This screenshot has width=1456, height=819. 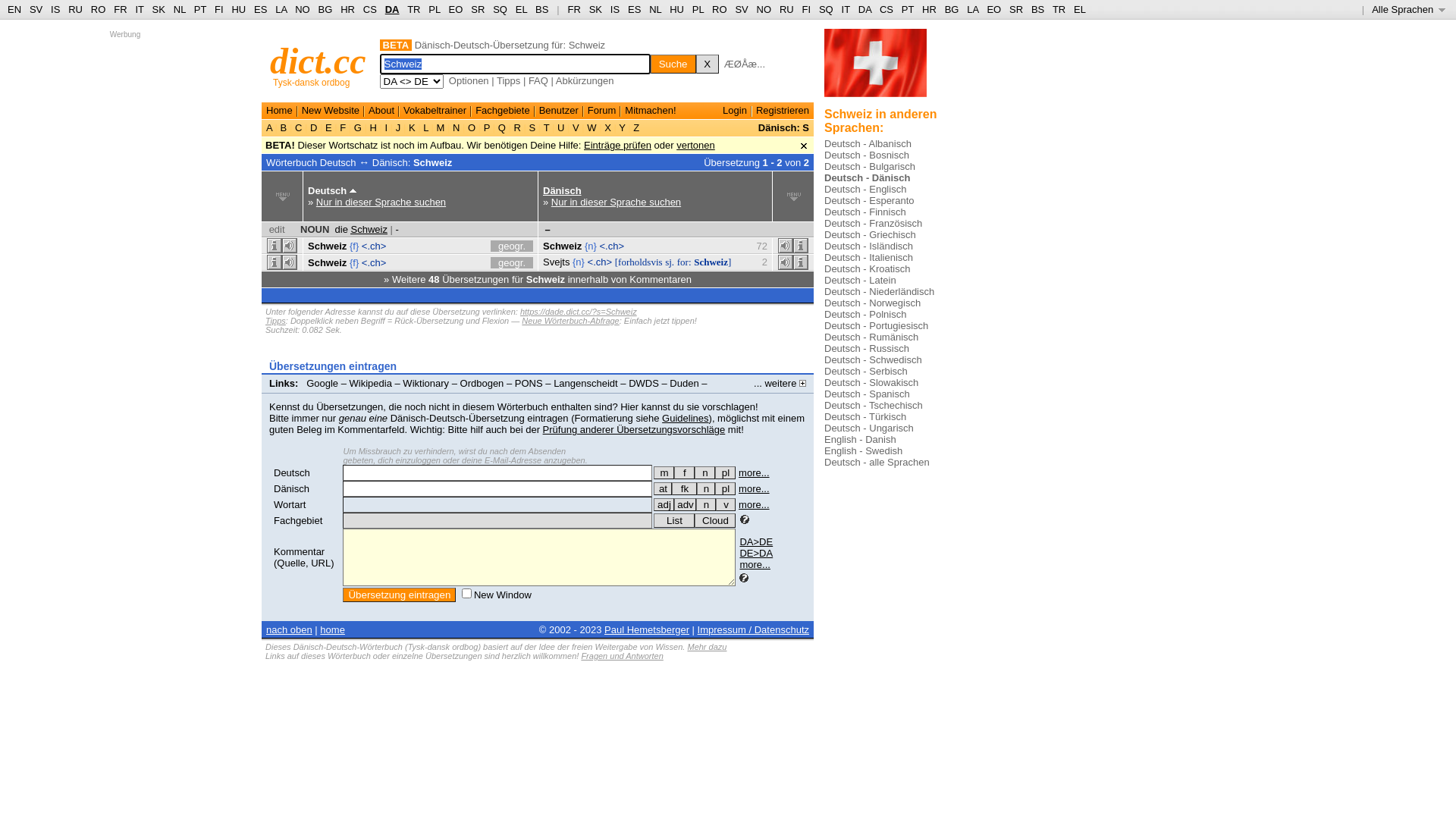 I want to click on 'Vokabeltrainer', so click(x=434, y=109).